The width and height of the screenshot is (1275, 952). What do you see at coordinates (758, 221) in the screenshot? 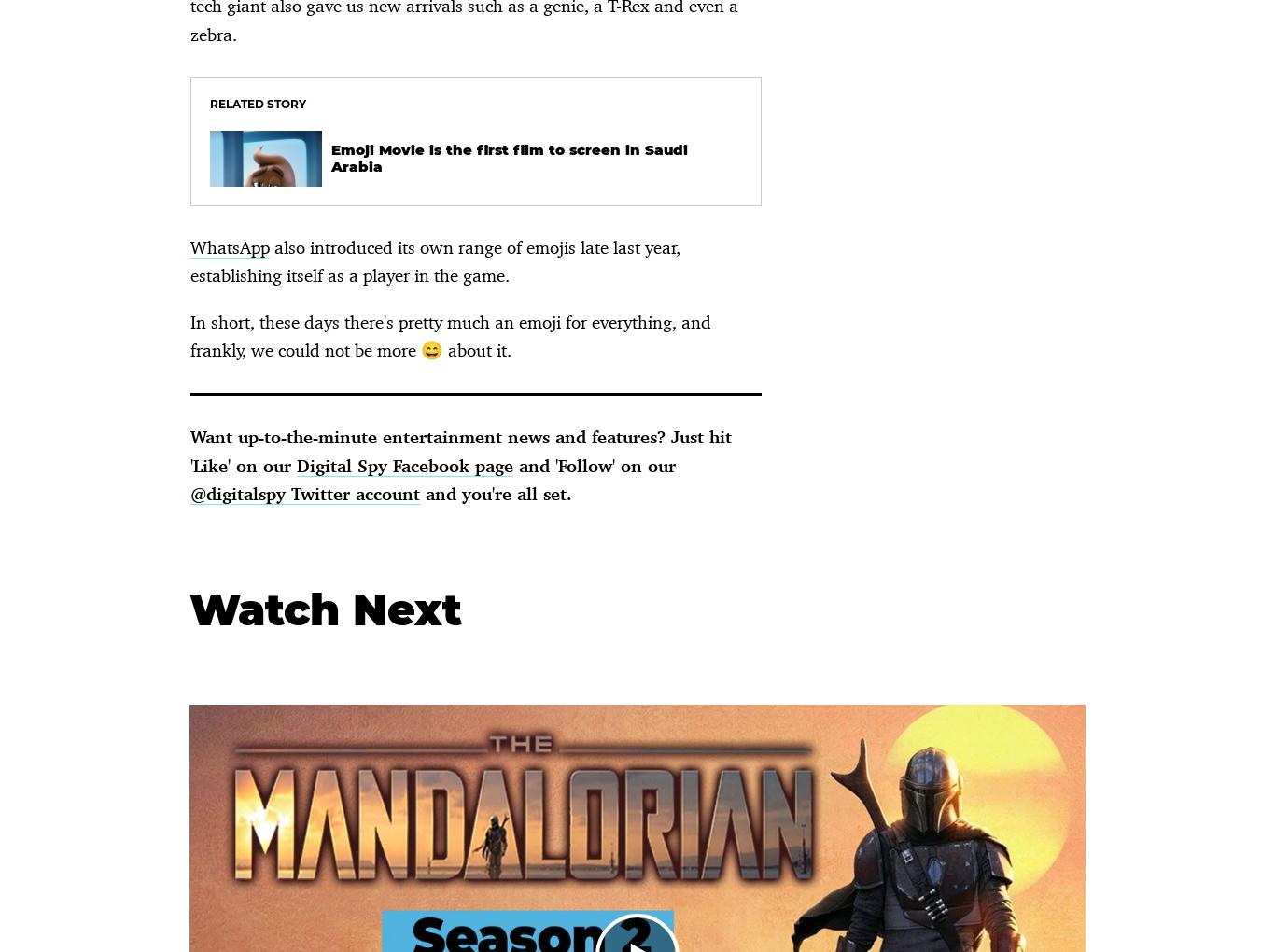
I see `'Advertising'` at bounding box center [758, 221].